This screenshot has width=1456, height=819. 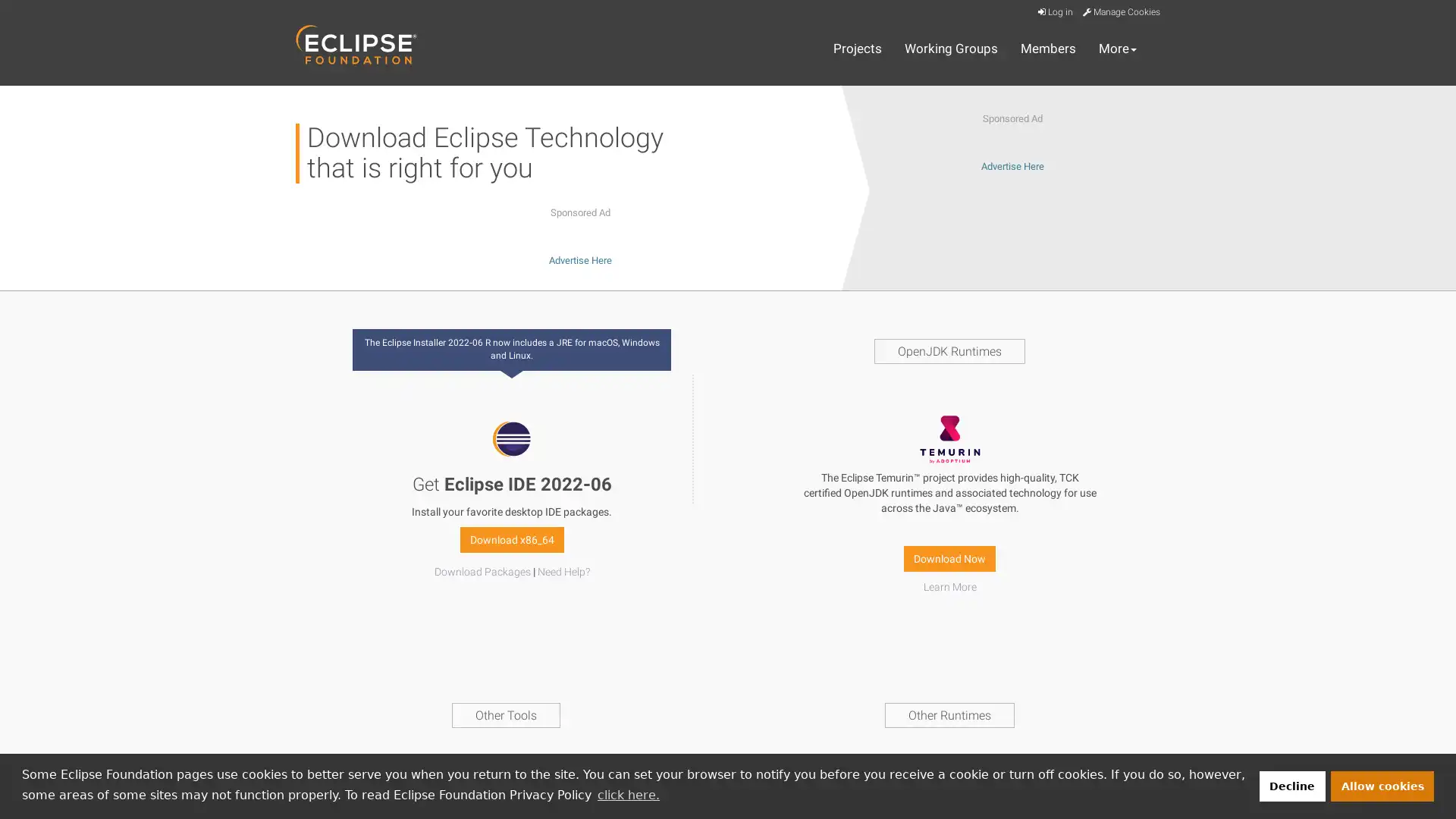 What do you see at coordinates (1291, 785) in the screenshot?
I see `deny cookies` at bounding box center [1291, 785].